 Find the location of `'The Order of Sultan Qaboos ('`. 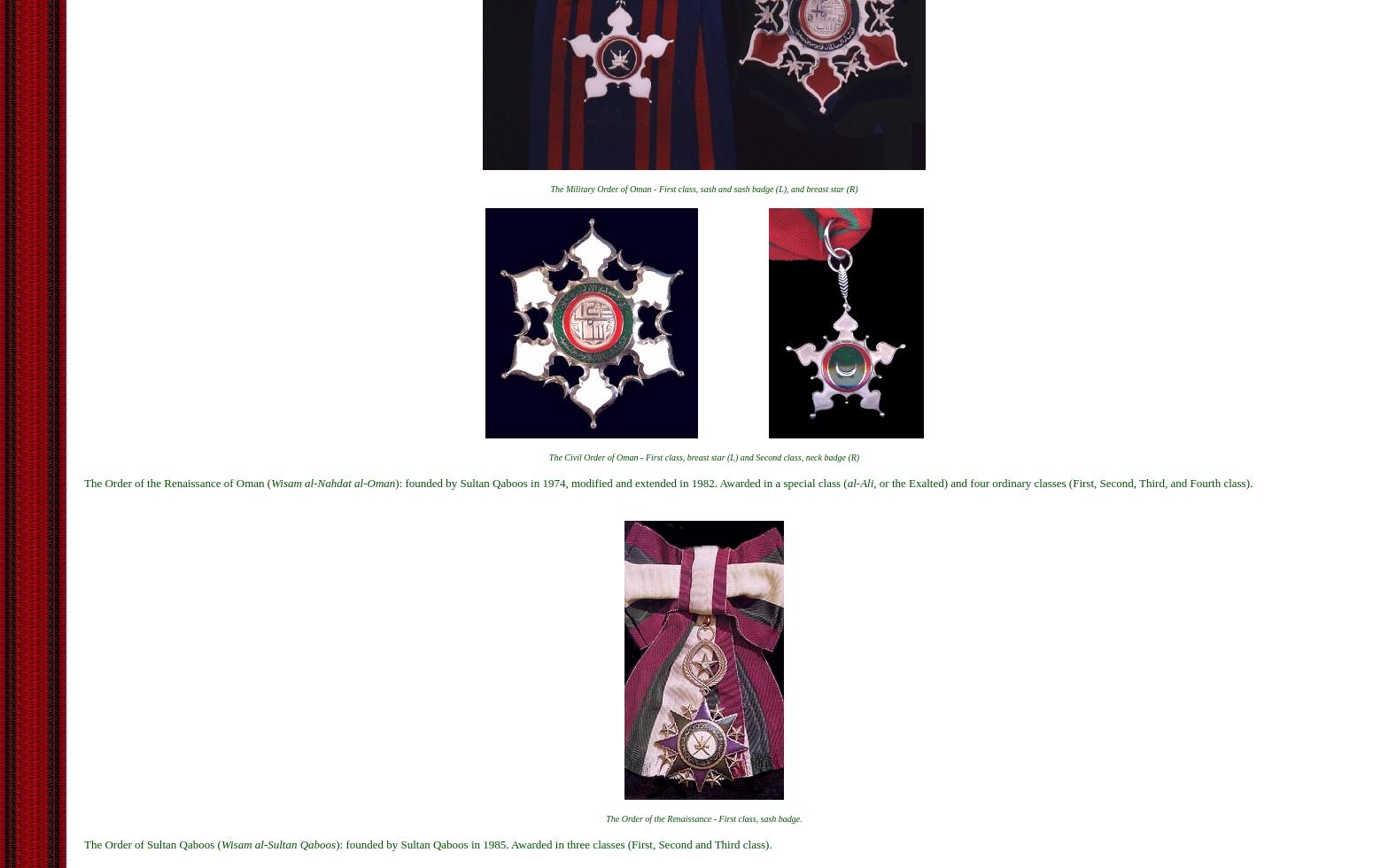

'The Order of Sultan Qaboos (' is located at coordinates (151, 844).